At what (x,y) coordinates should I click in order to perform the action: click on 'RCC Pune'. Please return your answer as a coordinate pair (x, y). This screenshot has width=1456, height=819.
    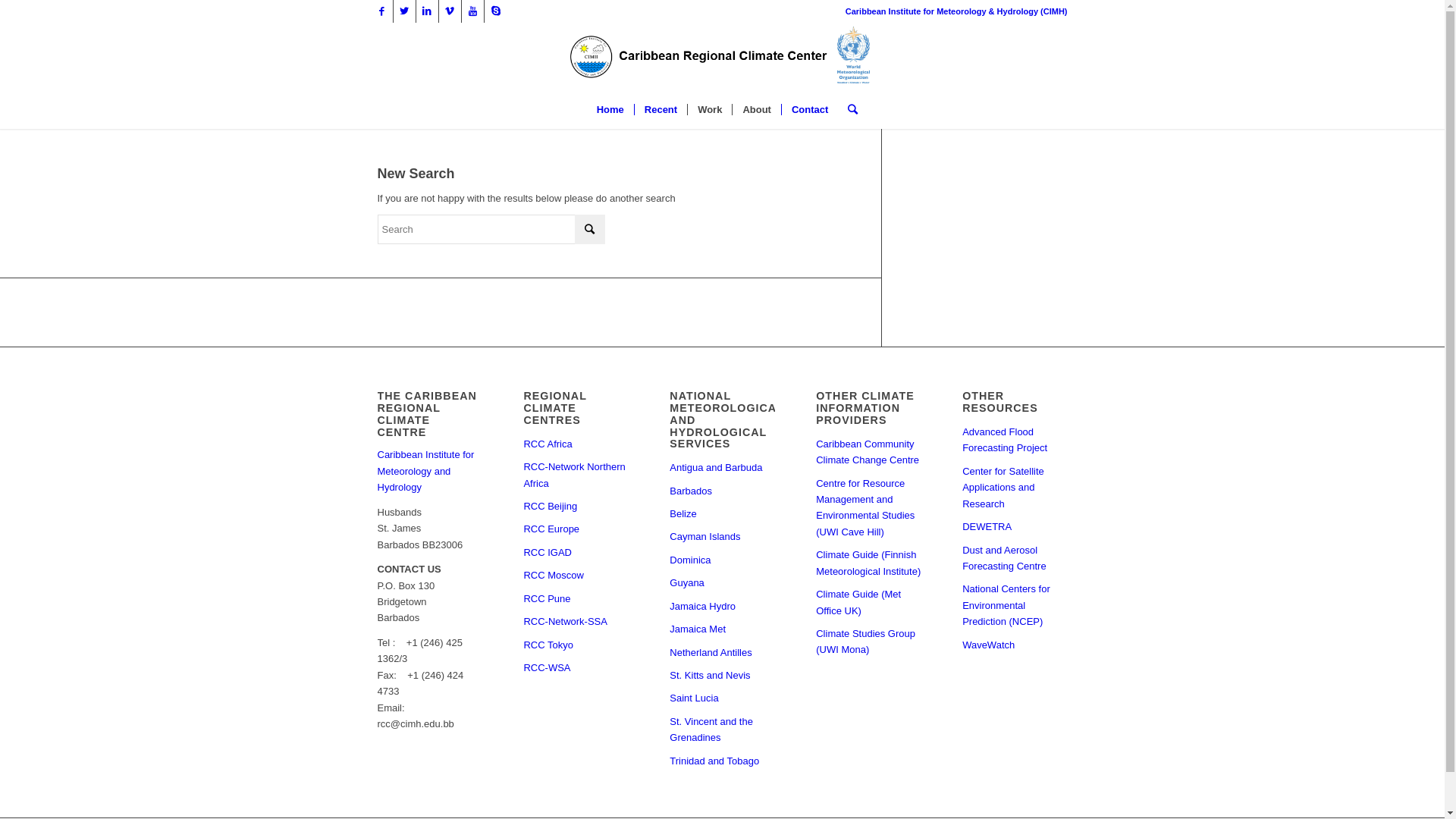
    Looking at the image, I should click on (523, 598).